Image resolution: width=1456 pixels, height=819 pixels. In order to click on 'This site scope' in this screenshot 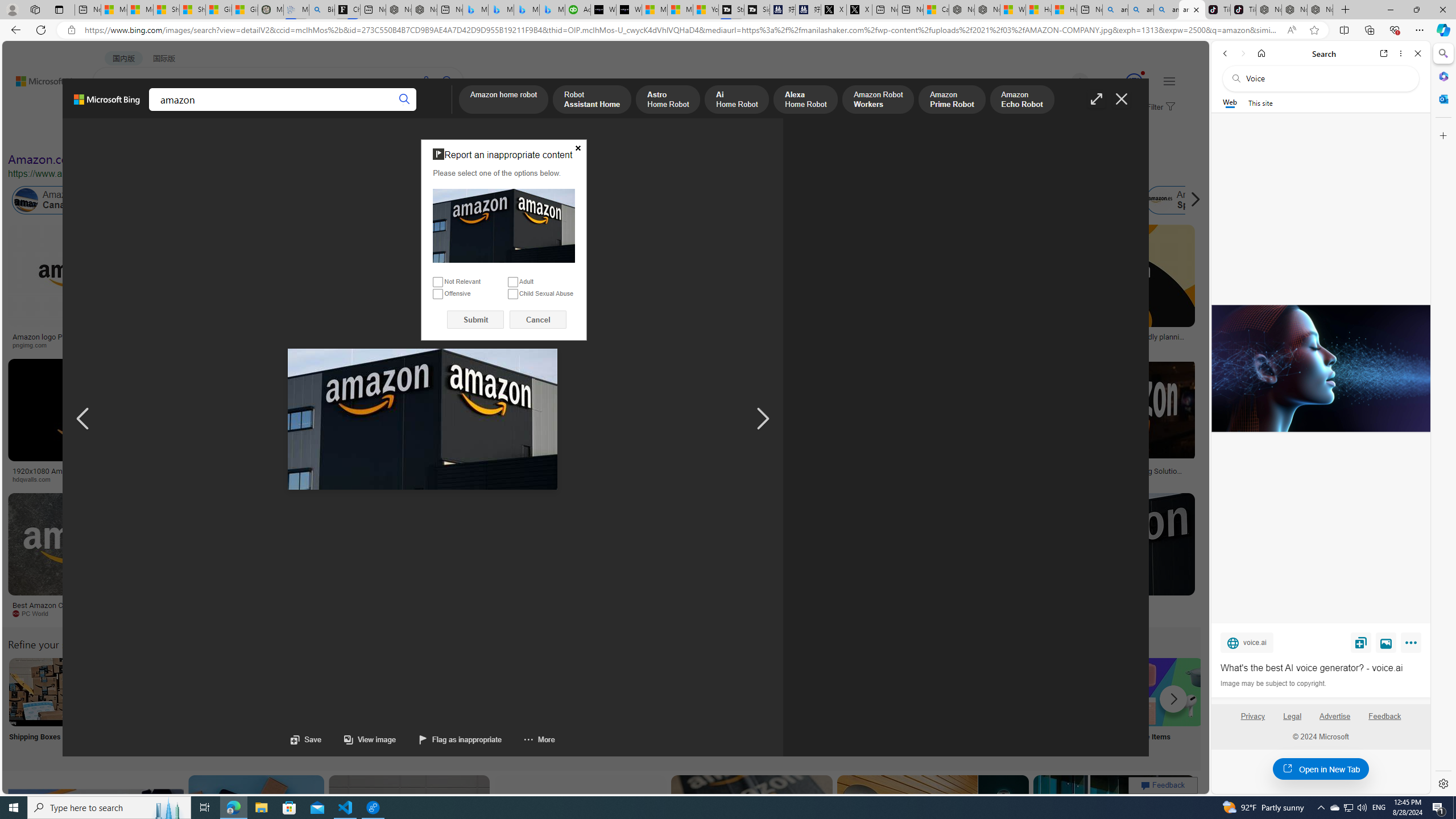, I will do `click(1259, 102)`.